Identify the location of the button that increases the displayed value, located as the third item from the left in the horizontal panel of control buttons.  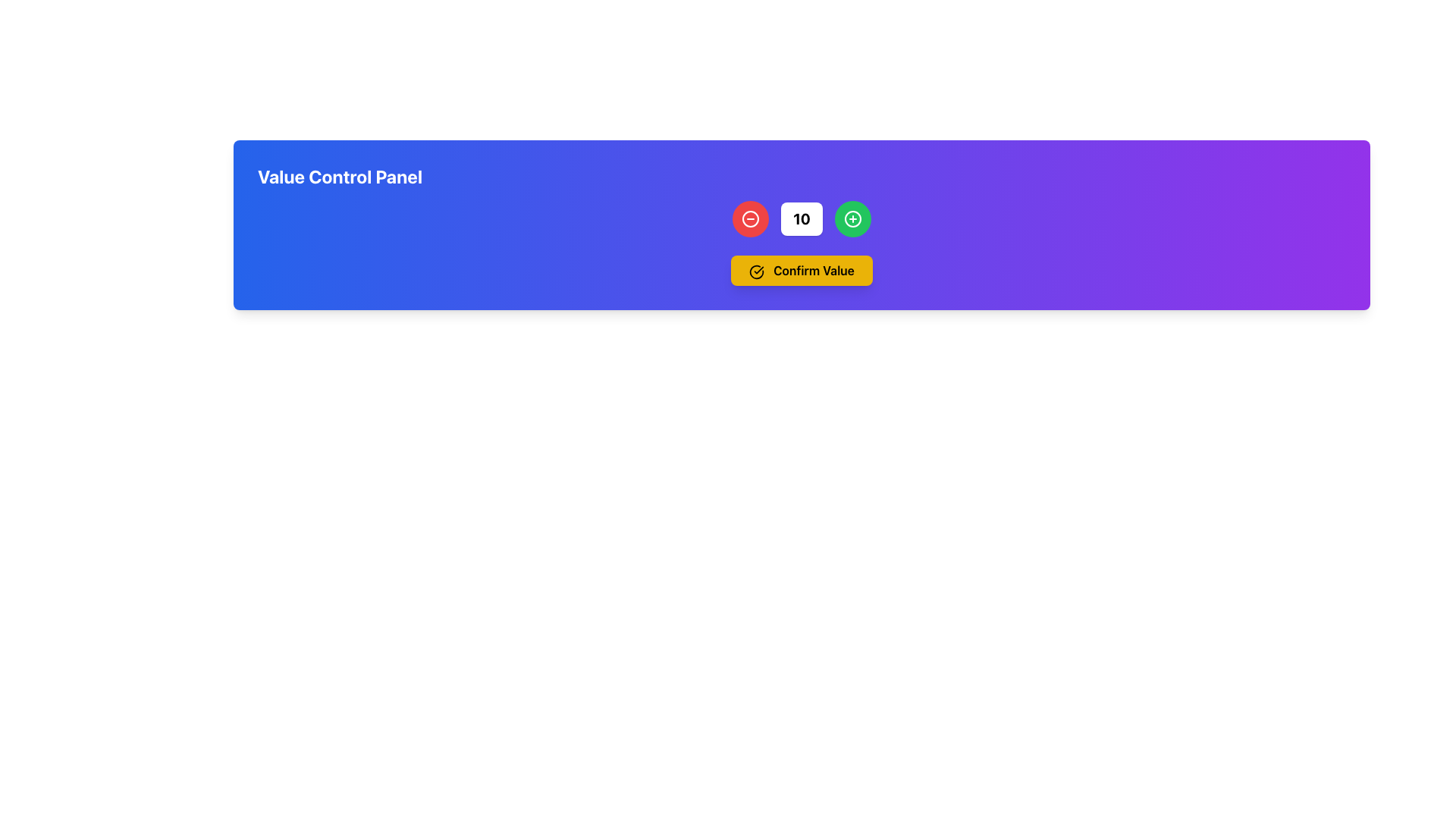
(852, 219).